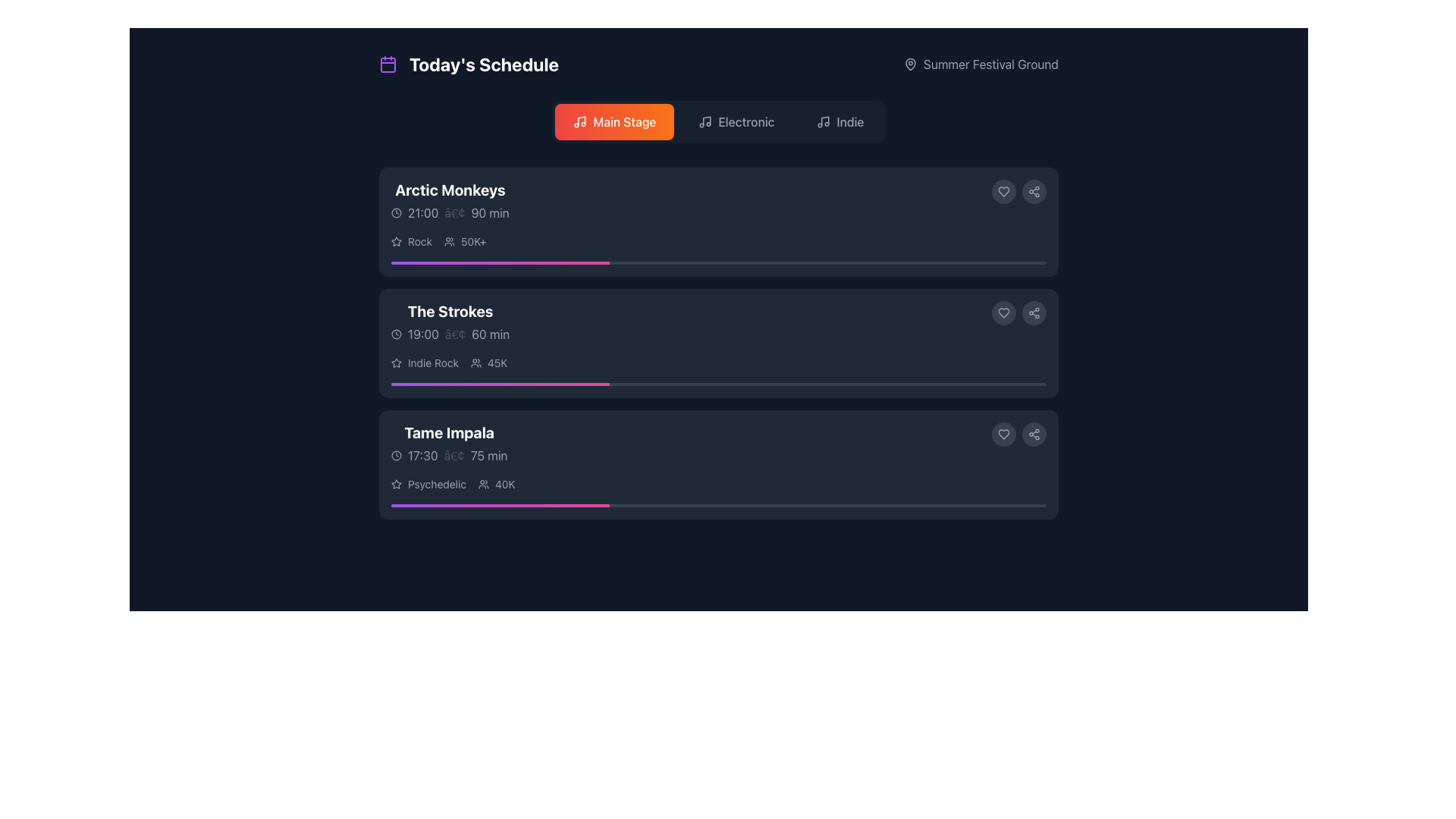 This screenshot has width=1456, height=819. Describe the element at coordinates (1033, 191) in the screenshot. I see `the share button located at the top-right corner of each event card in the schedule list to change its background color` at that location.